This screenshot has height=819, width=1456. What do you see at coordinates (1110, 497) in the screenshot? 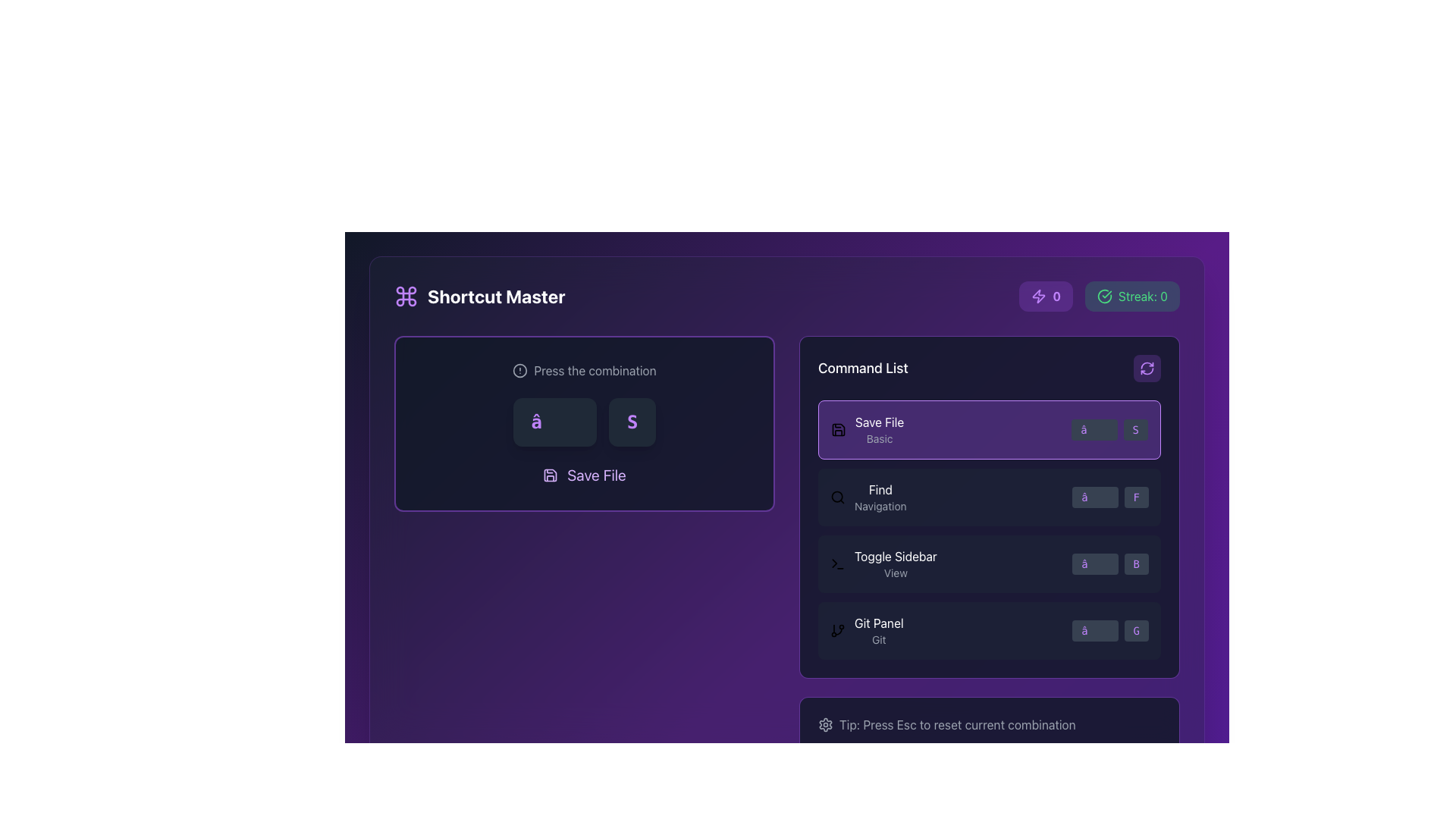
I see `the Keyboard shortcut representation with '⌘' and 'F' symbols located in the 'Command List' panel, which is the fourth item in the list` at bounding box center [1110, 497].